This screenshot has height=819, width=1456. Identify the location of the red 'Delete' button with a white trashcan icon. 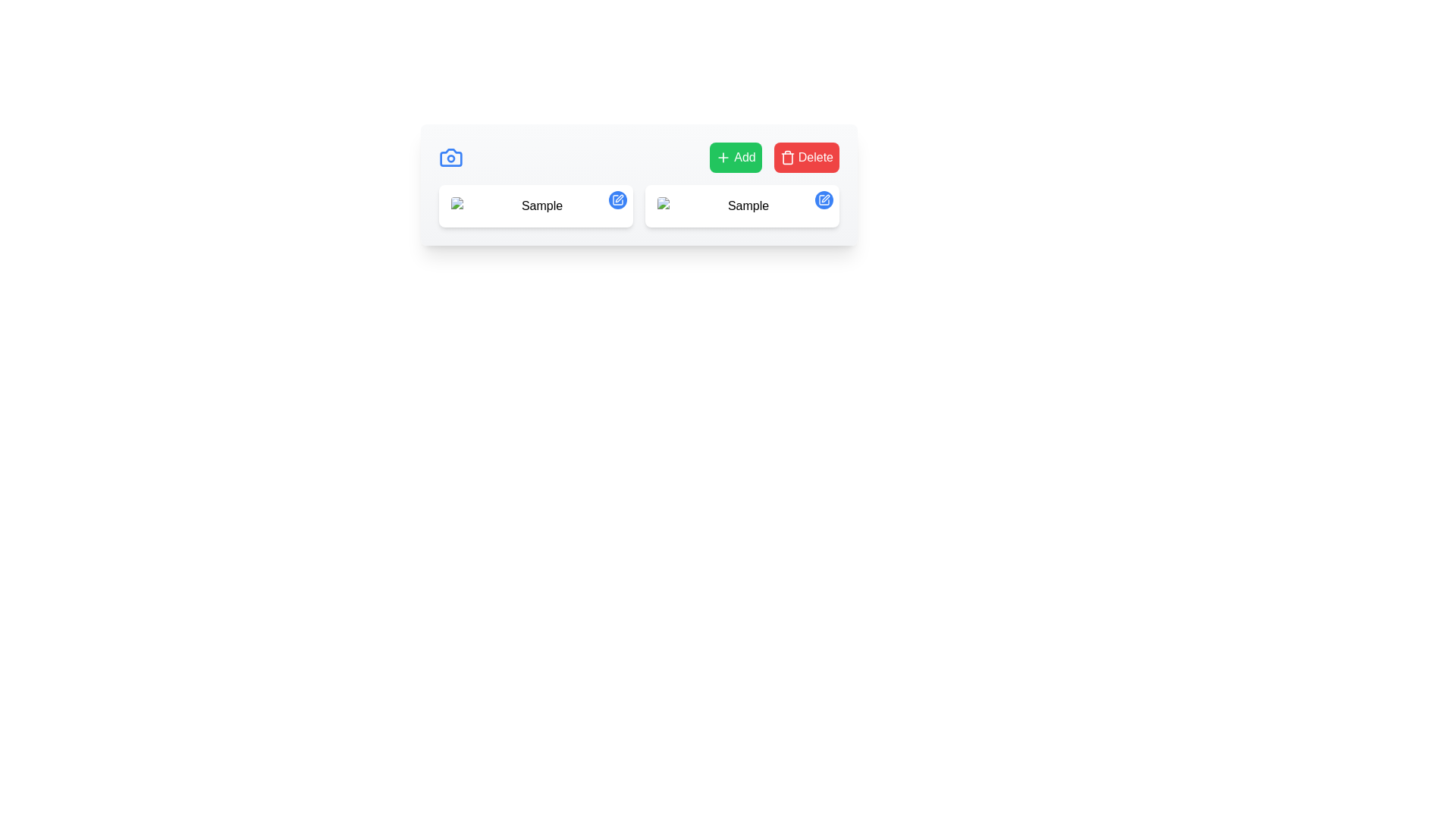
(805, 158).